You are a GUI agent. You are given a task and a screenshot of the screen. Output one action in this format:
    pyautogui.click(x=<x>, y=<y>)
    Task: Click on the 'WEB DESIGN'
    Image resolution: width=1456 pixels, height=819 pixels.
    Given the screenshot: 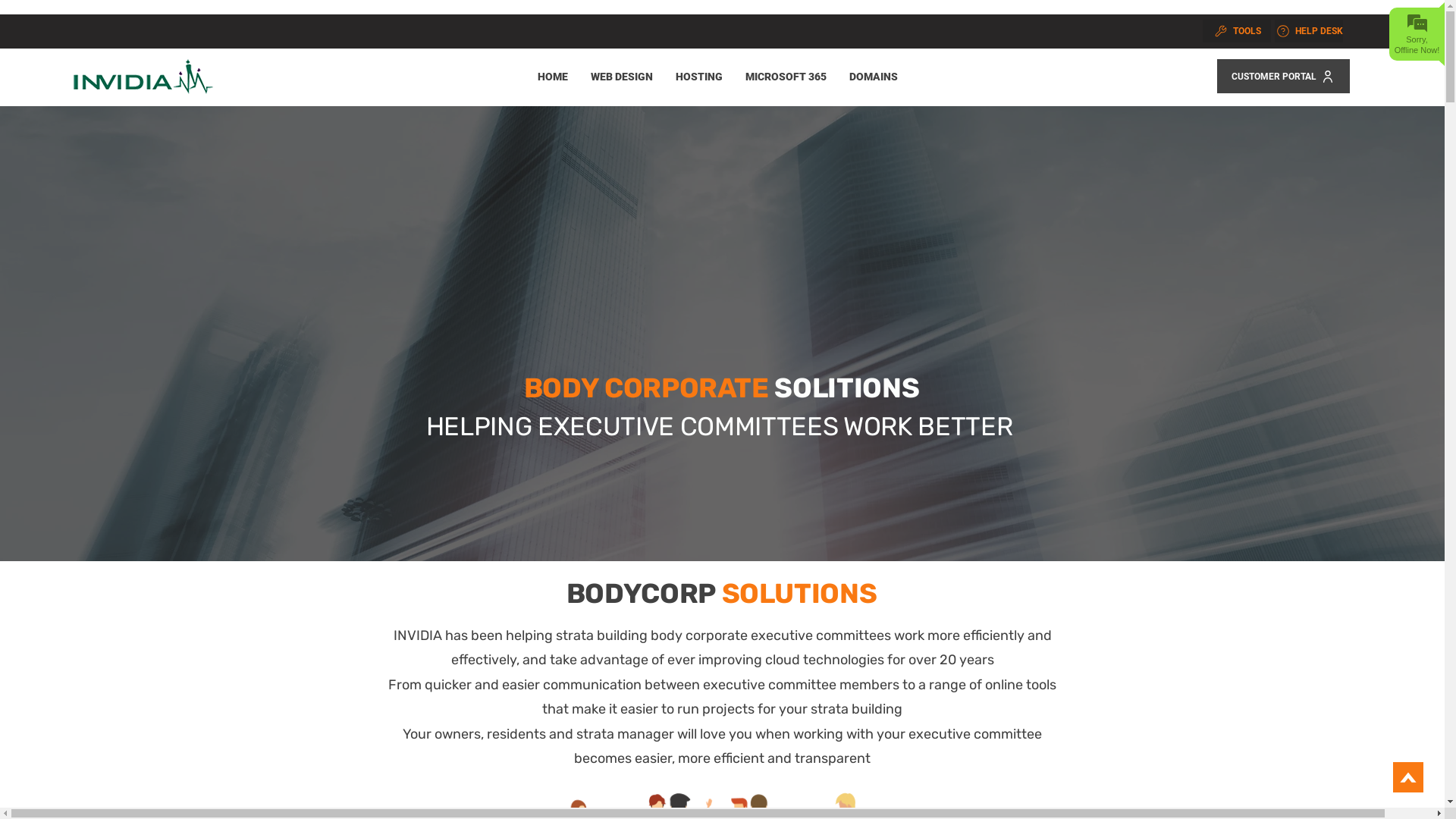 What is the action you would take?
    pyautogui.click(x=622, y=76)
    